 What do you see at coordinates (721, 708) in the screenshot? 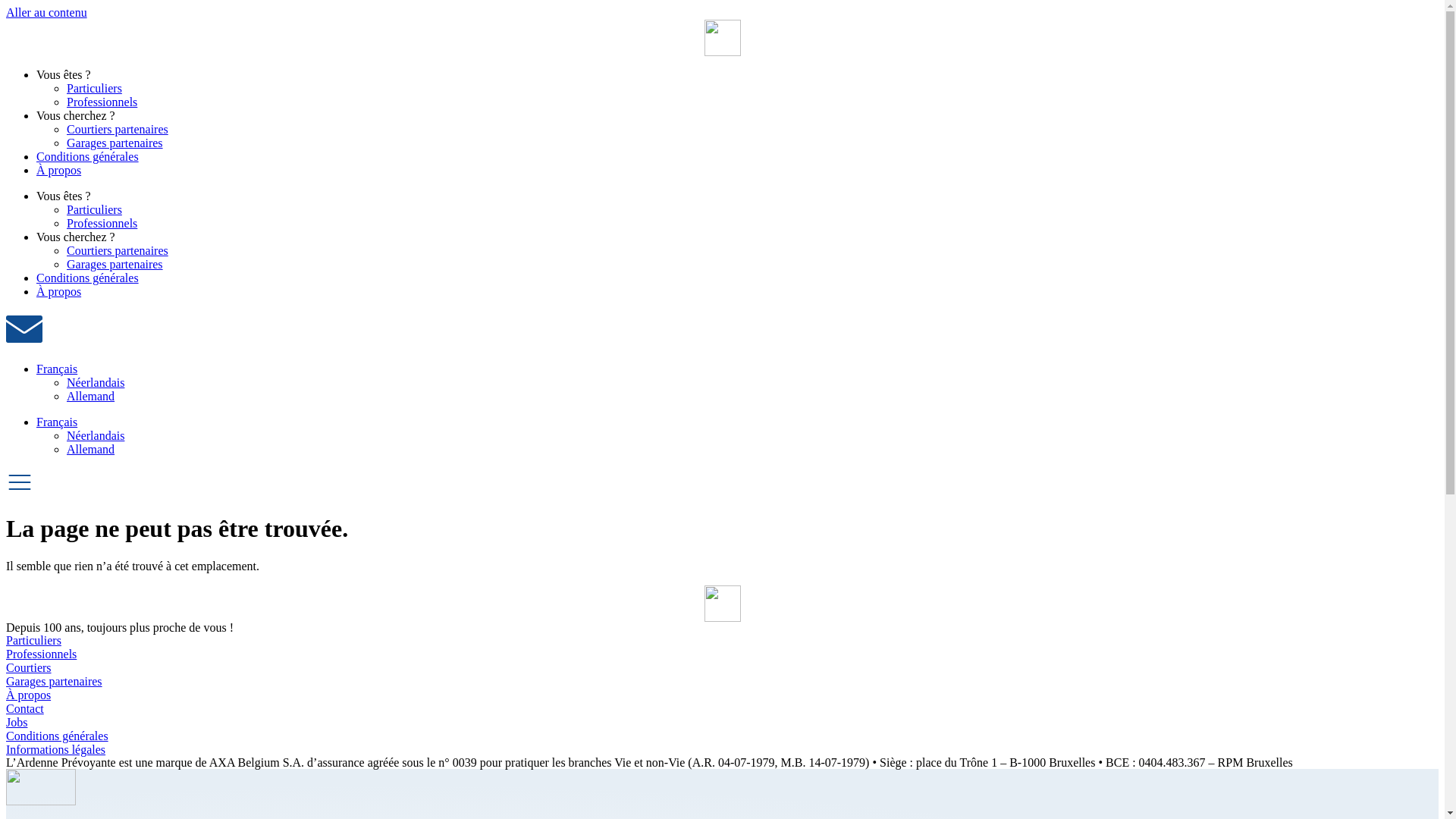
I see `'Contact'` at bounding box center [721, 708].